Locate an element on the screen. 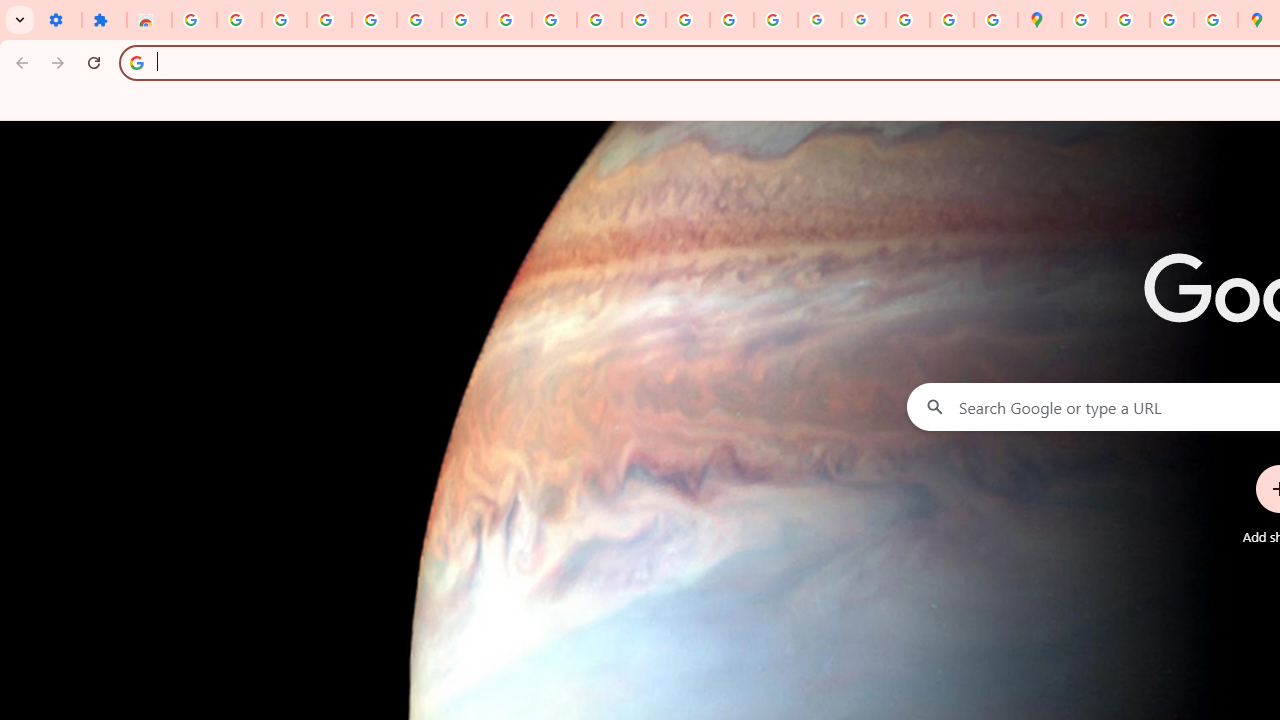 This screenshot has height=720, width=1280. 'Safety in Our Products - Google Safety Center' is located at coordinates (1215, 20).